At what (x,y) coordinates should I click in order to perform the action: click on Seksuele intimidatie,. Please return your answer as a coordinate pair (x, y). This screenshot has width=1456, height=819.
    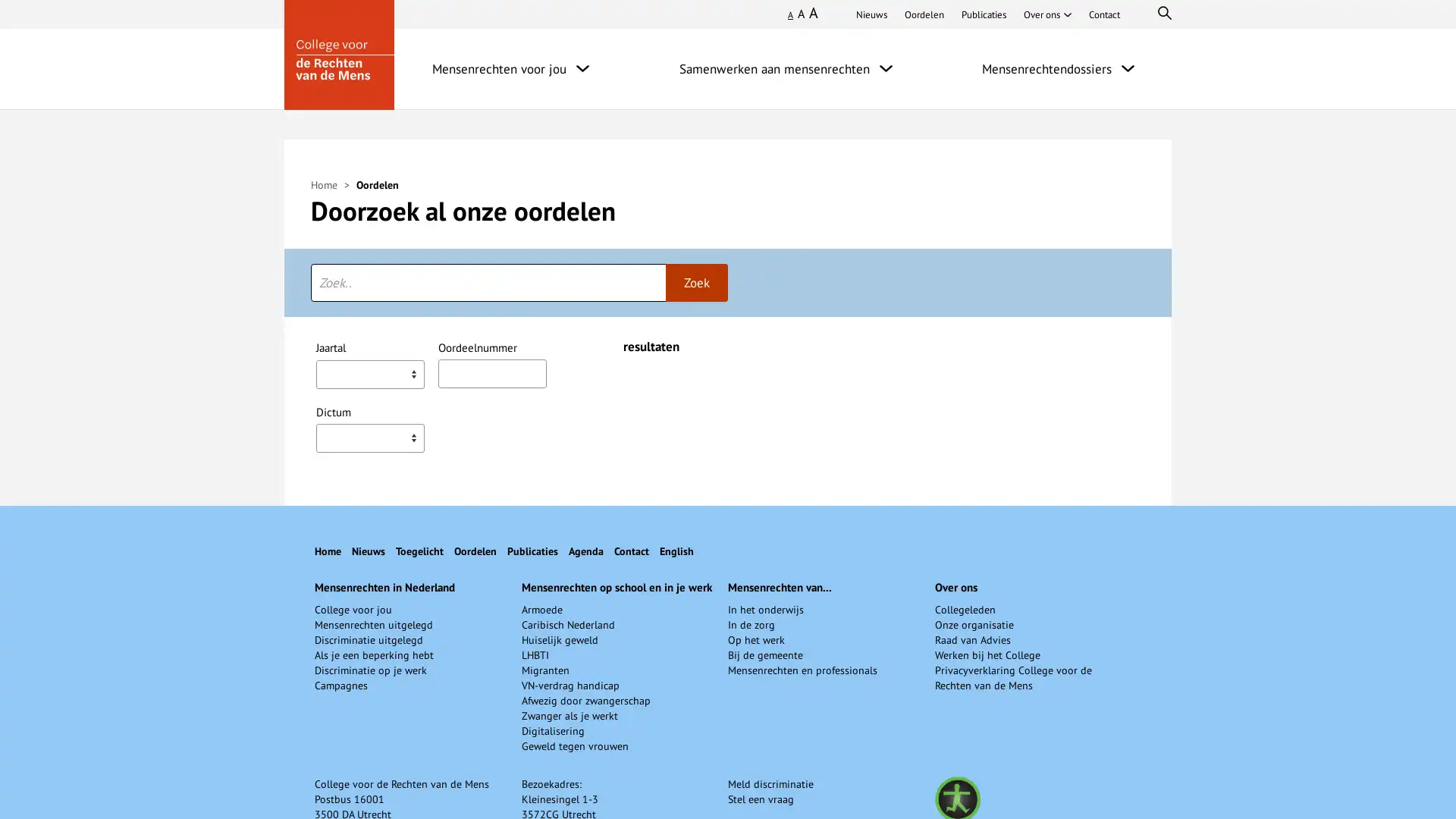
    Looking at the image, I should click on (733, 611).